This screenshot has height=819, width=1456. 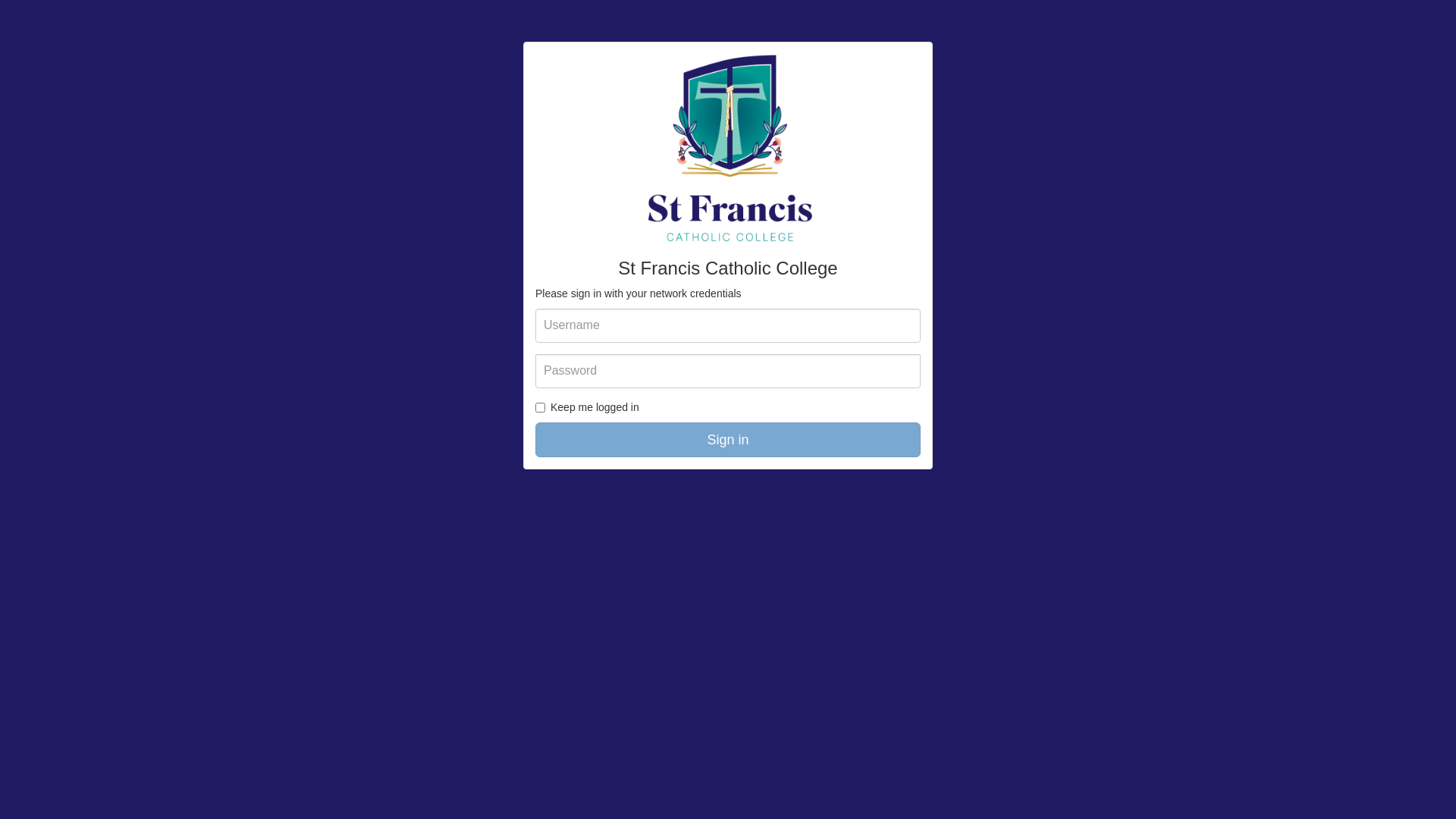 I want to click on 'Sign in', so click(x=728, y=439).